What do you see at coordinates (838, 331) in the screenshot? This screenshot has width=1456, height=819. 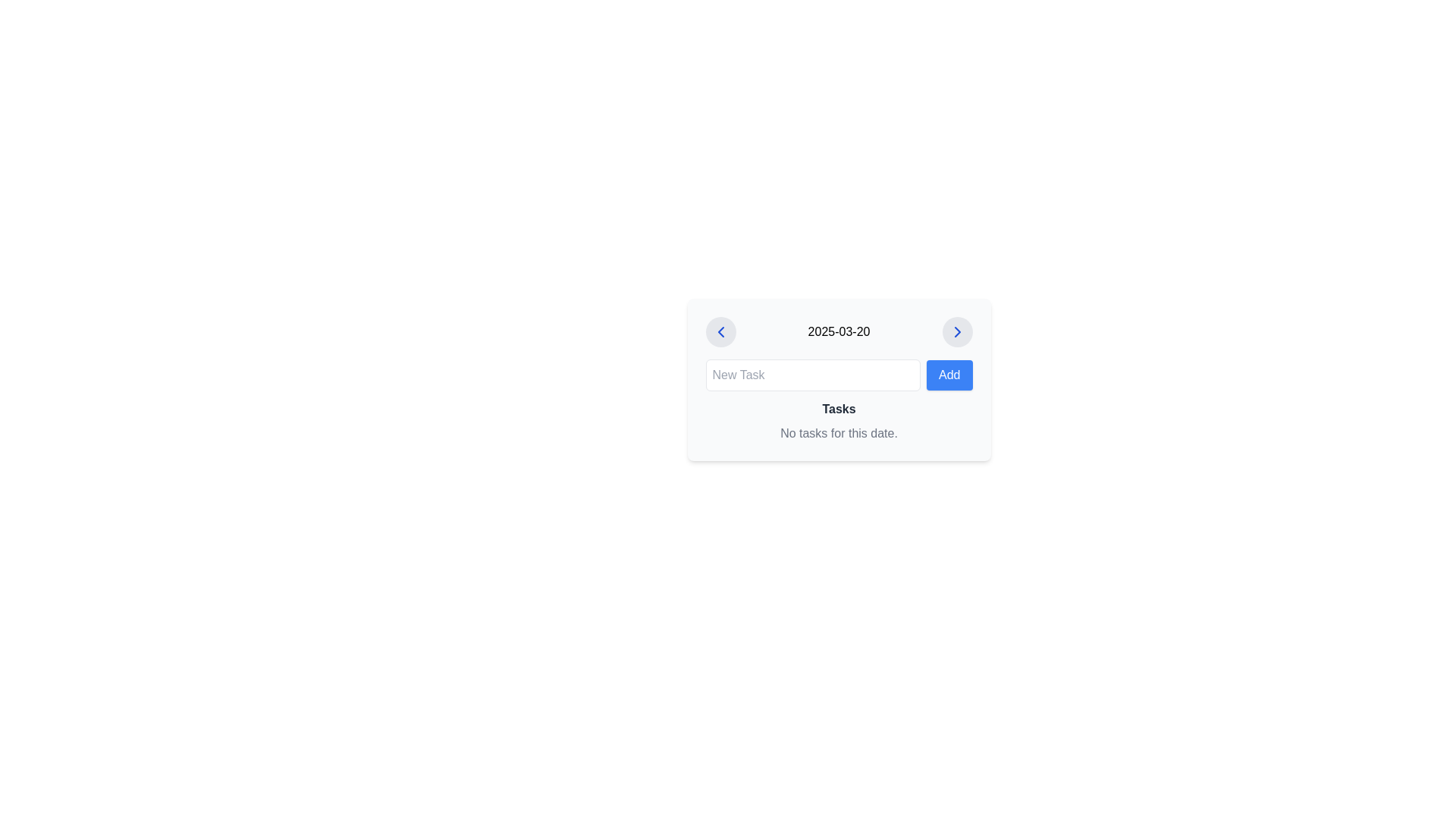 I see `the TextLabel that displays the currently selected date, located at the top center of the interface` at bounding box center [838, 331].